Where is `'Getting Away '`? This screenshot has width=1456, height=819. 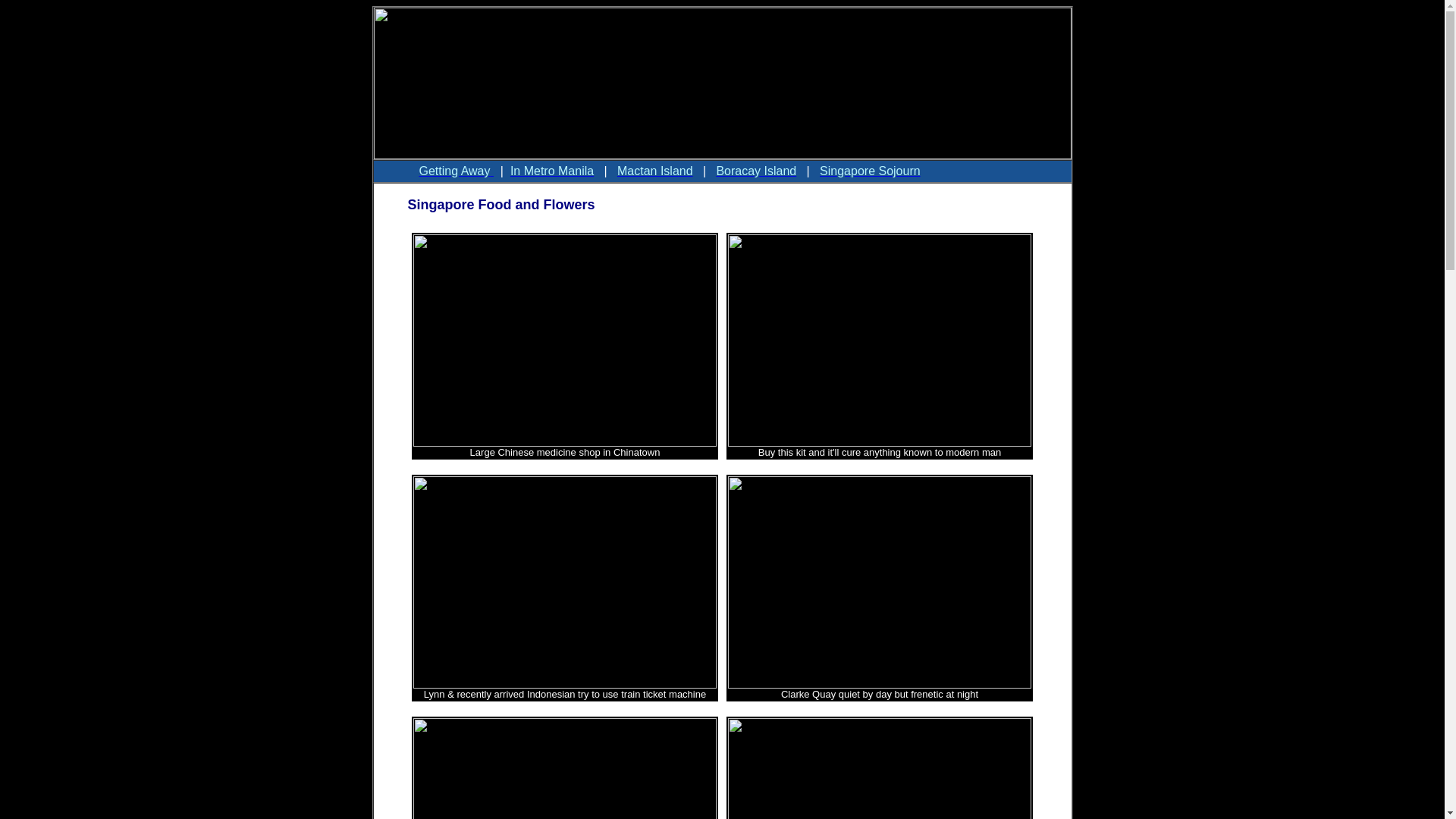 'Getting Away ' is located at coordinates (454, 171).